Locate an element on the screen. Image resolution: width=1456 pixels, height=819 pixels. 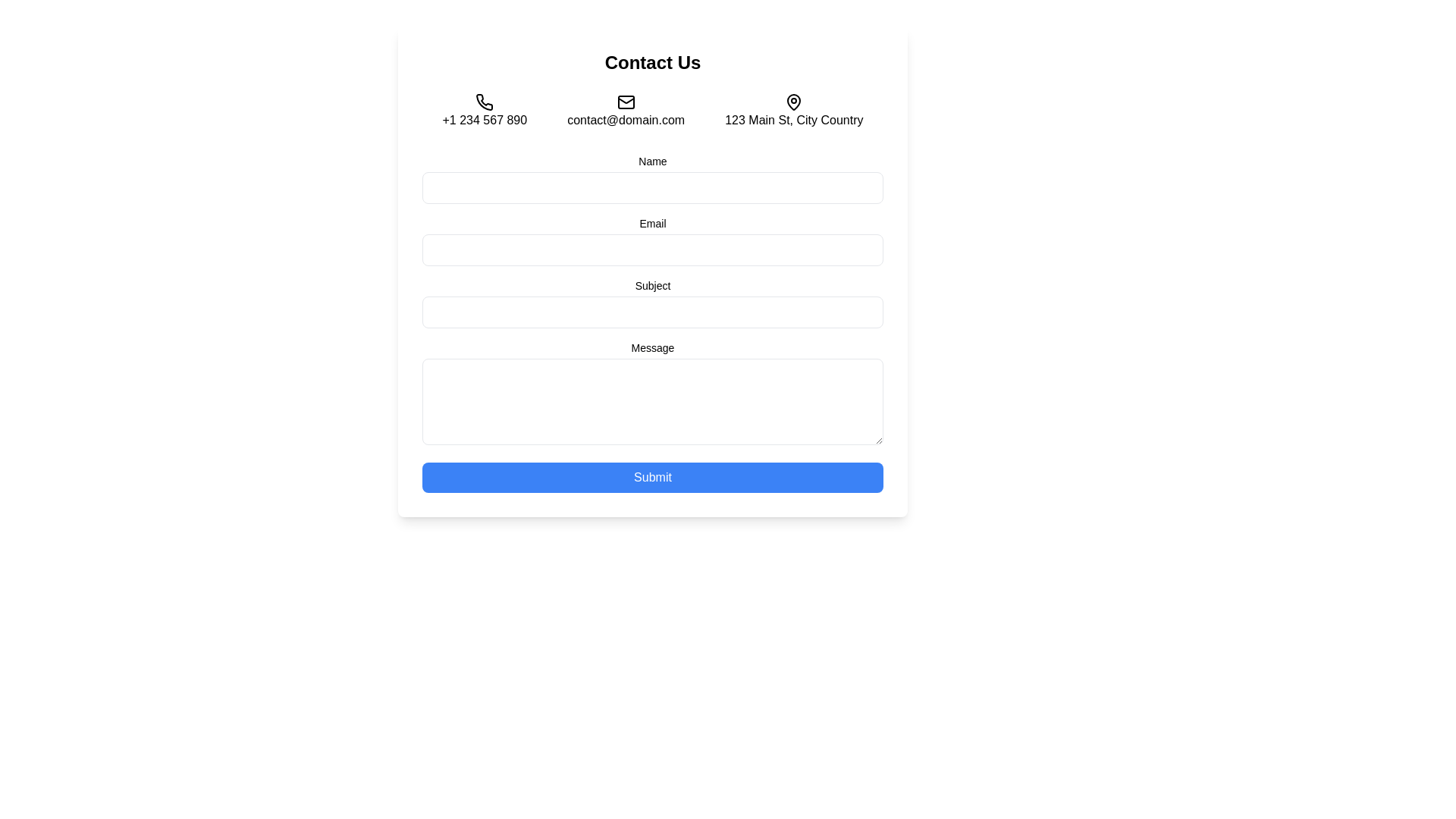
the envelope icon representing an email symbol, which is centrally located above the text label 'contact@domain.com.' is located at coordinates (626, 102).